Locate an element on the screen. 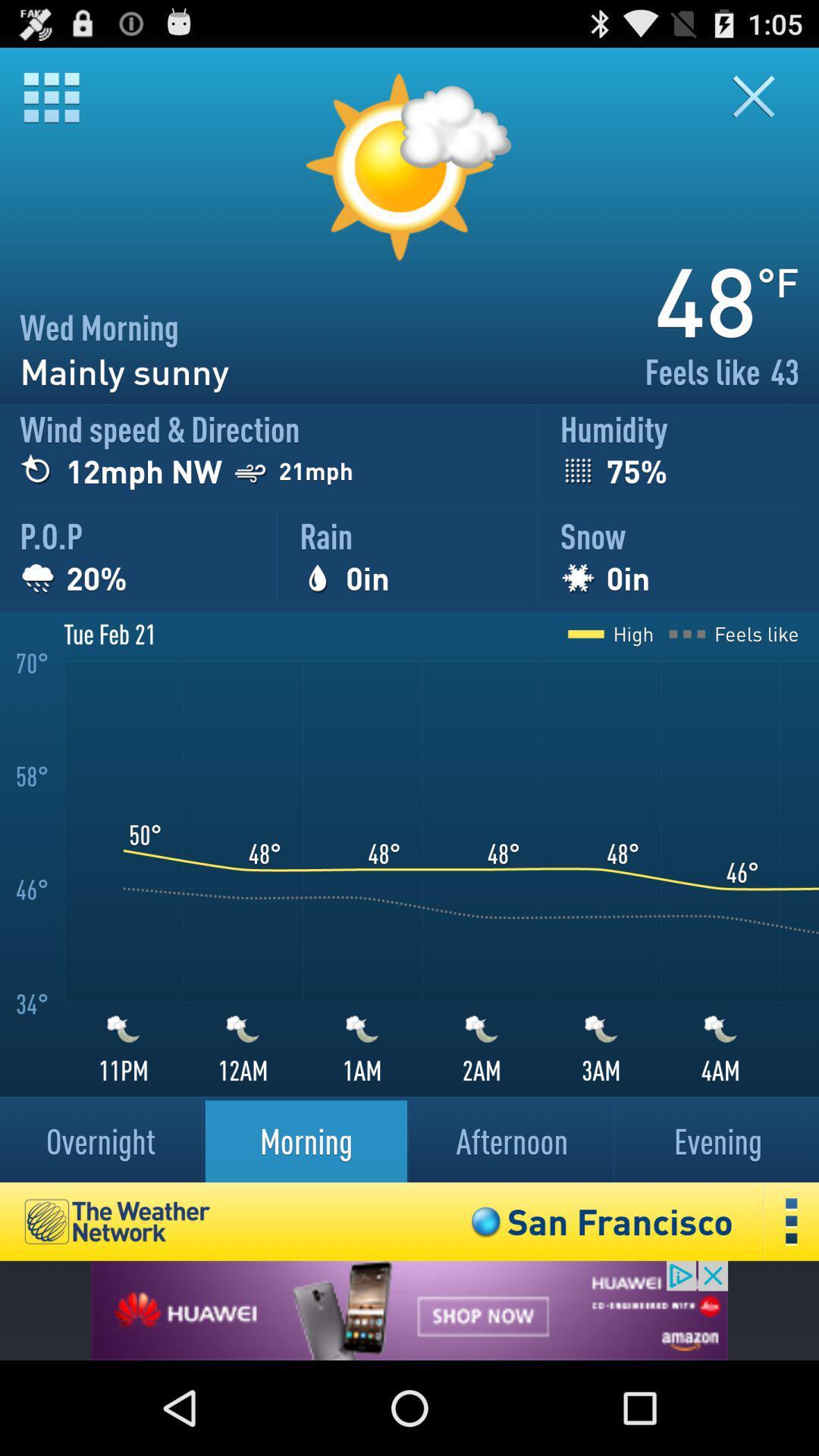 This screenshot has width=819, height=1456. more option is located at coordinates (791, 1222).